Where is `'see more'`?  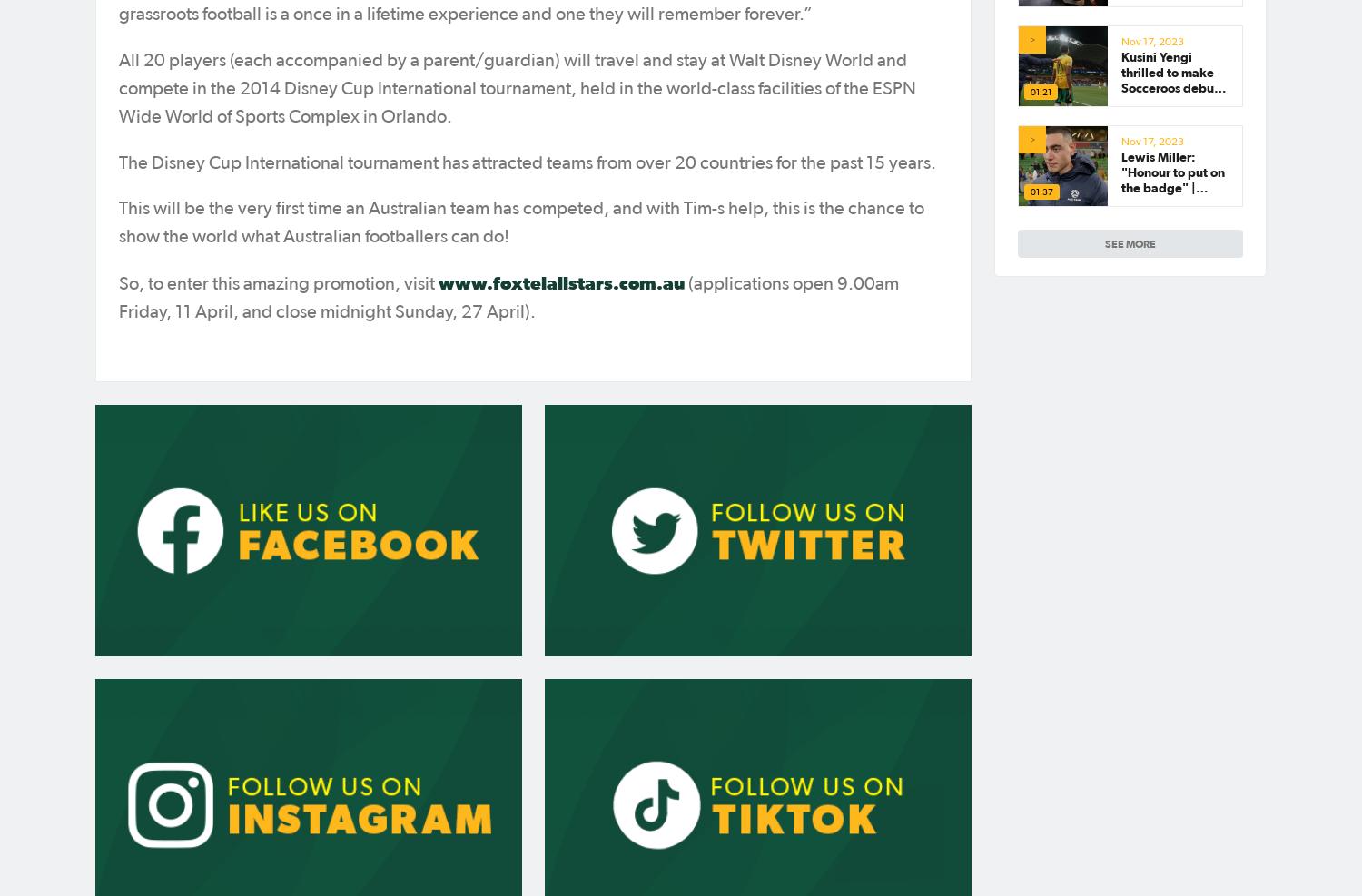 'see more' is located at coordinates (1130, 243).